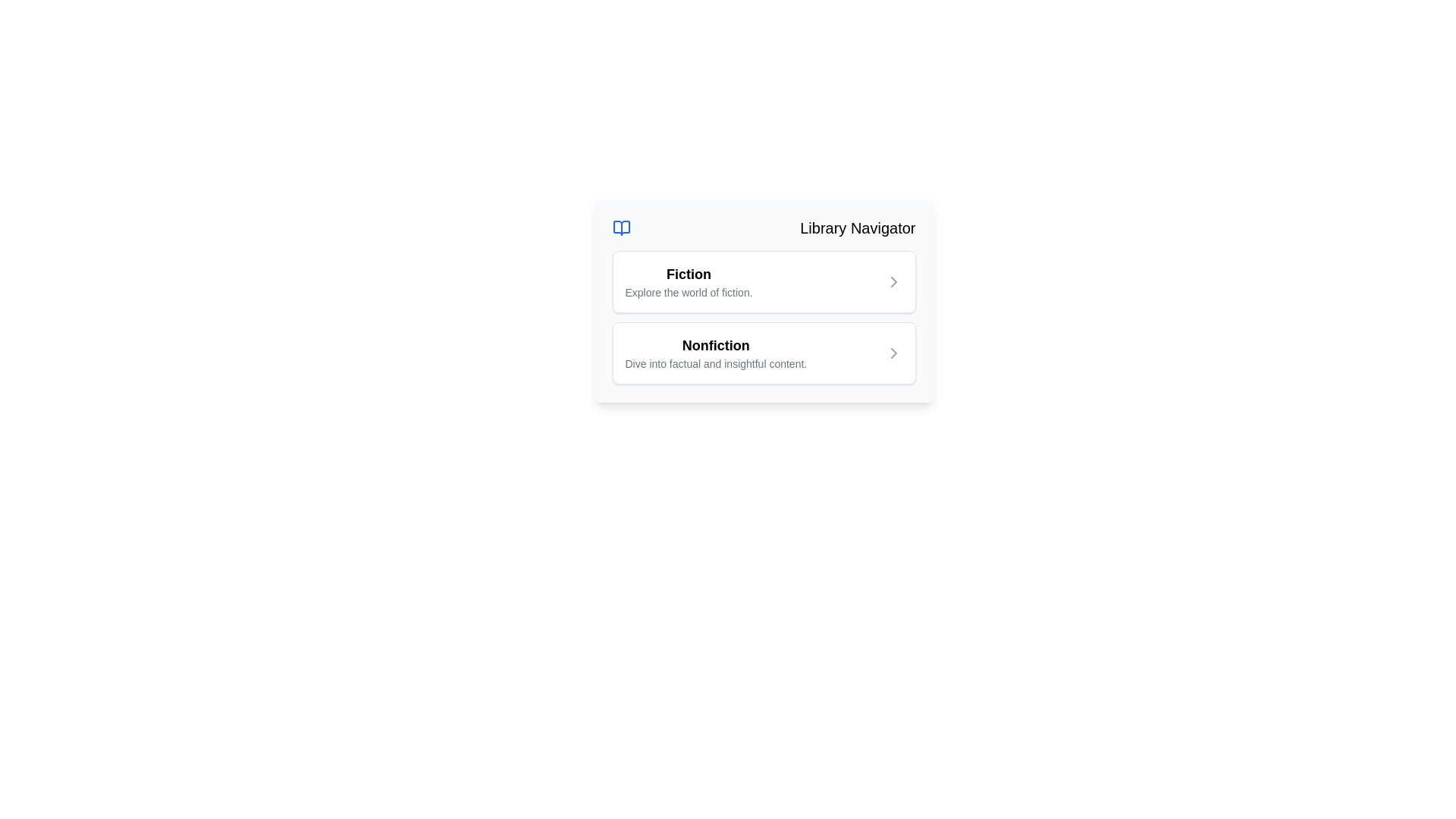 The width and height of the screenshot is (1456, 819). What do you see at coordinates (764, 281) in the screenshot?
I see `the first Card-style option selector titled 'Fiction' in the 'Library Navigator' panel` at bounding box center [764, 281].